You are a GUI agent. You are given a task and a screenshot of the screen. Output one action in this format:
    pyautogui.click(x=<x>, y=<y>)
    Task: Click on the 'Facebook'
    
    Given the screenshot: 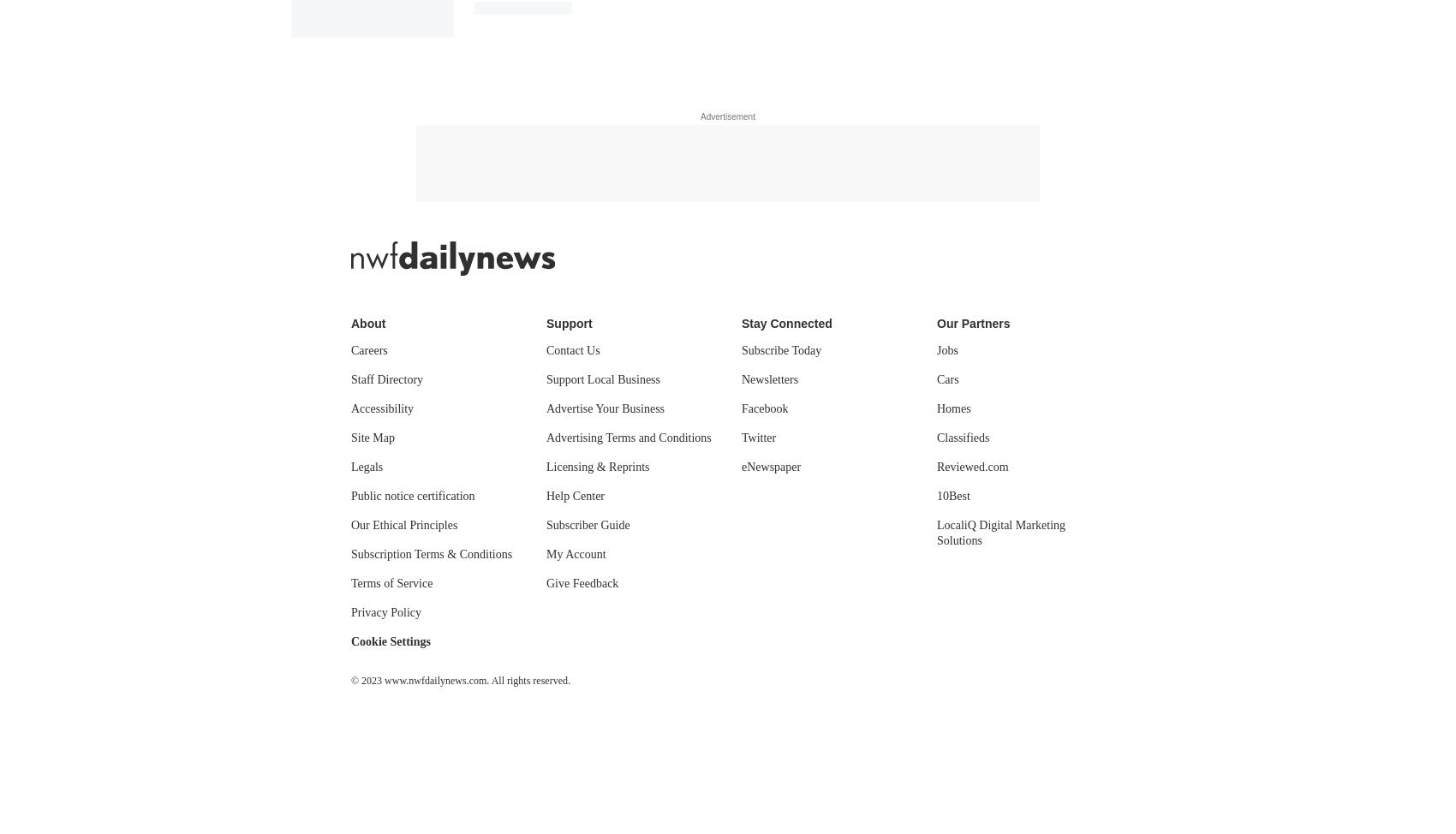 What is the action you would take?
    pyautogui.click(x=741, y=407)
    